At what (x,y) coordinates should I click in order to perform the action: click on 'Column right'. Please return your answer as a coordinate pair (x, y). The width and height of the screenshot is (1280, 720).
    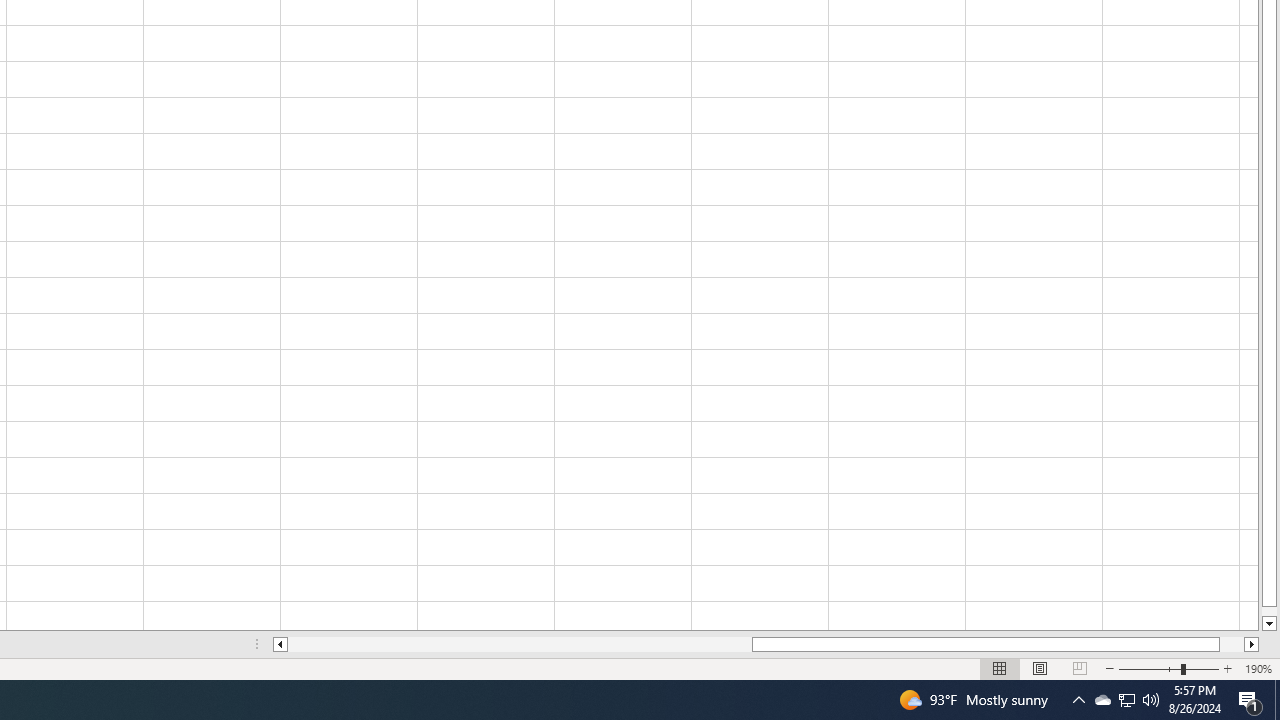
    Looking at the image, I should click on (1251, 644).